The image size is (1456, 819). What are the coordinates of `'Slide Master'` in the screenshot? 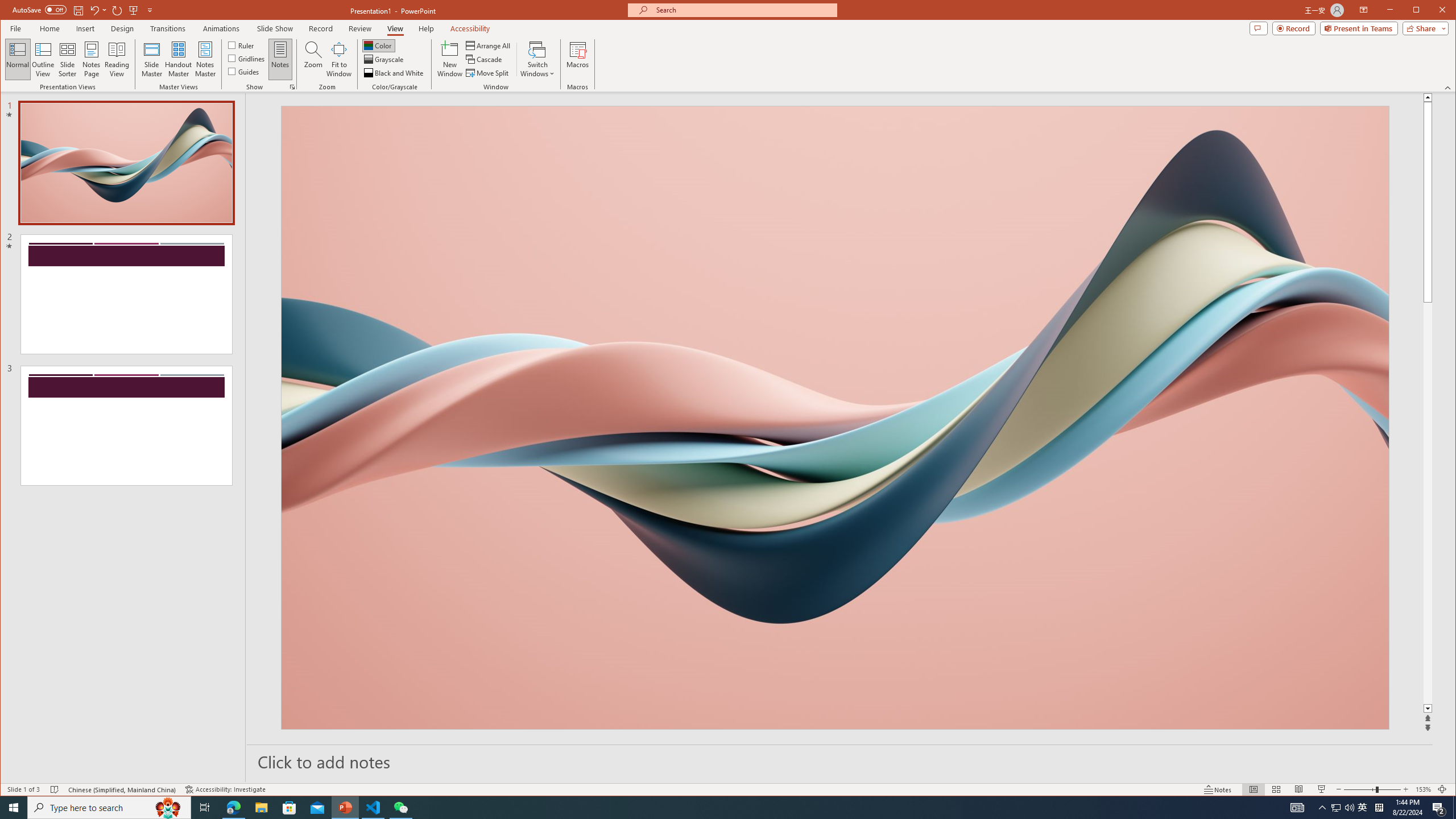 It's located at (151, 59).